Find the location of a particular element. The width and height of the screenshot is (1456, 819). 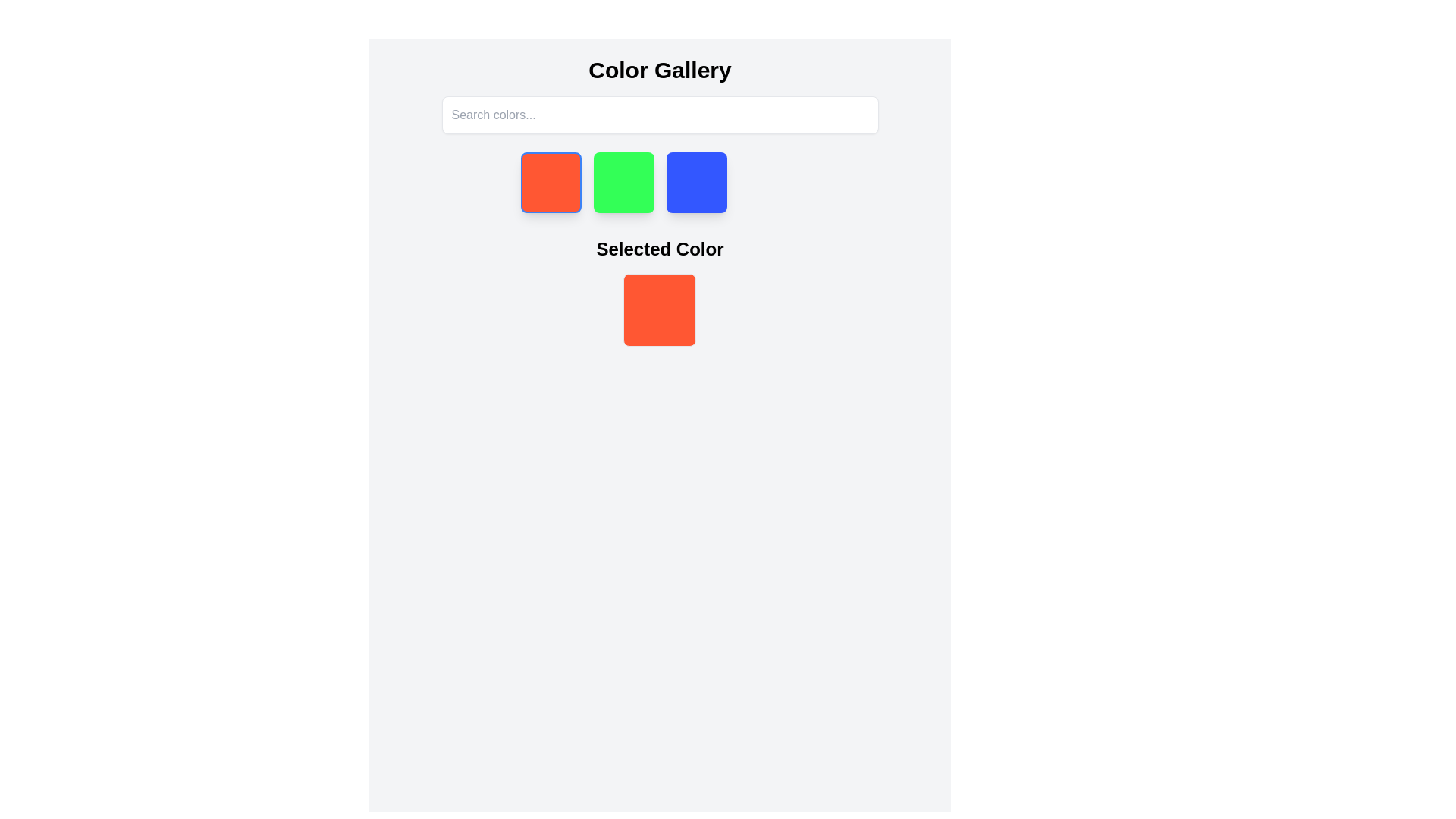

the vibrant orange-red Display box with rounded corners located beneath the 'Selected Color' text is located at coordinates (660, 309).